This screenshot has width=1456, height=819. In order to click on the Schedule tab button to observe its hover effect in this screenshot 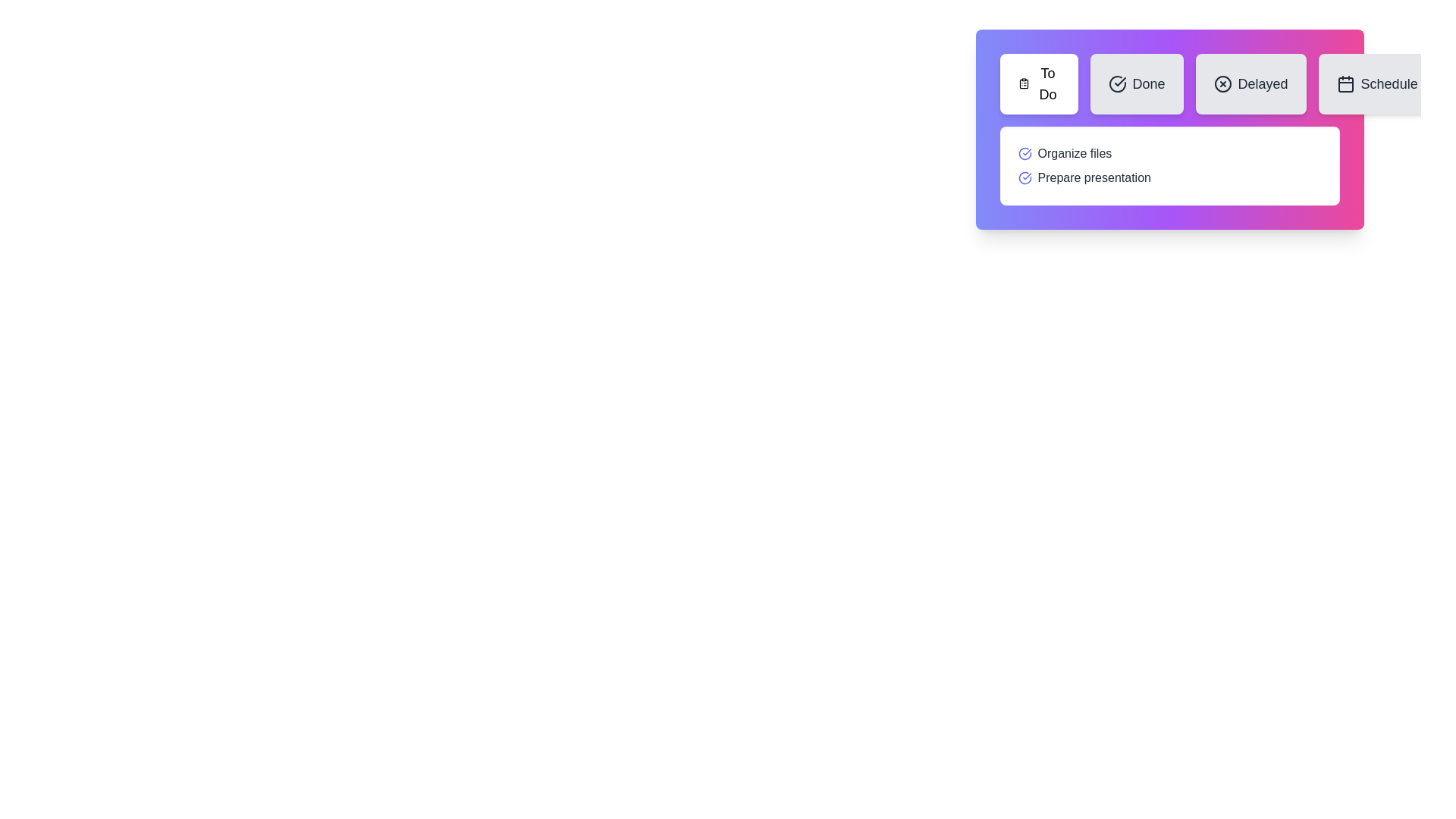, I will do `click(1376, 84)`.